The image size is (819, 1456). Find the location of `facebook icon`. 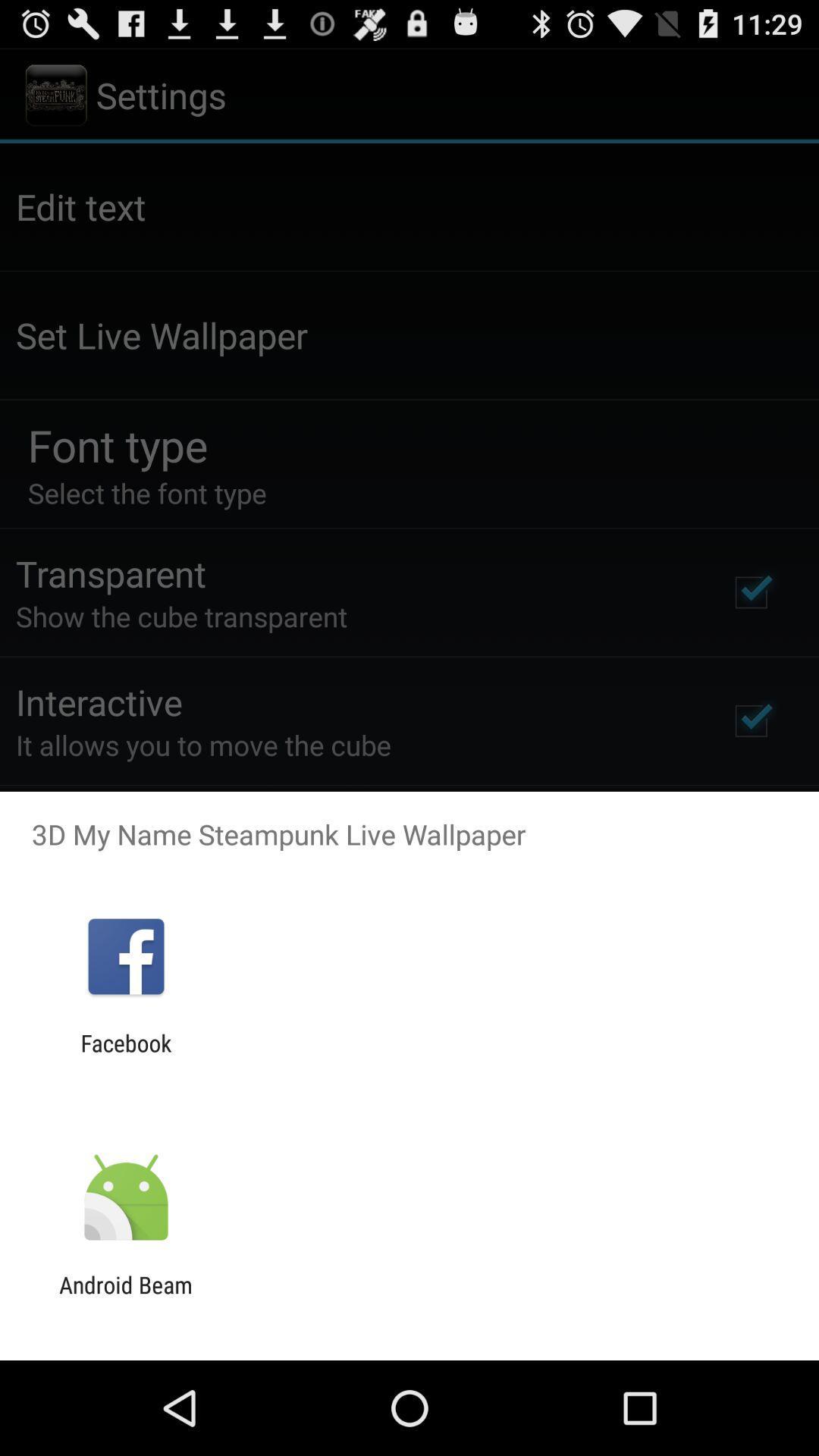

facebook icon is located at coordinates (125, 1056).